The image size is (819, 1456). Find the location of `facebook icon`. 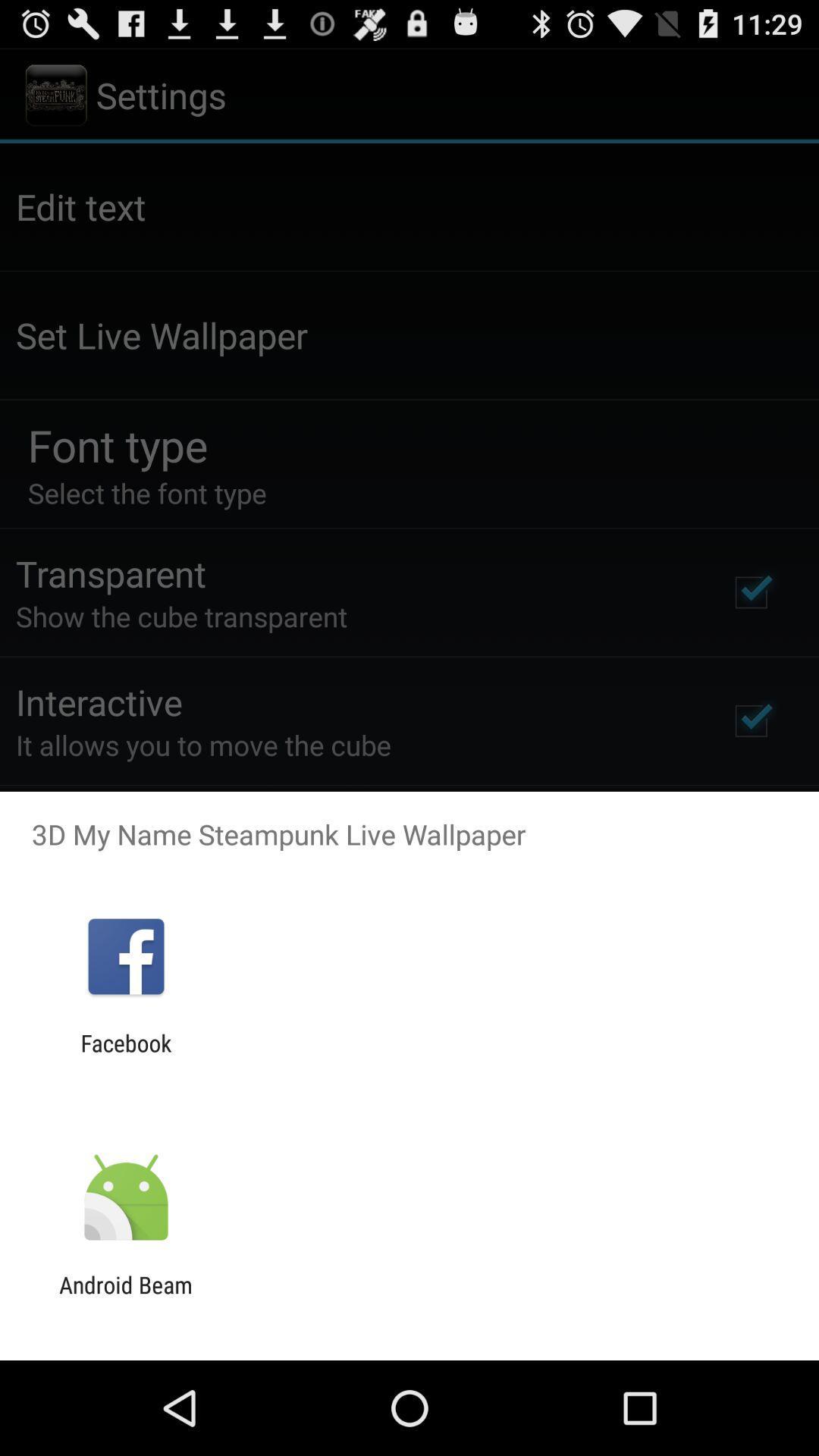

facebook icon is located at coordinates (125, 1056).